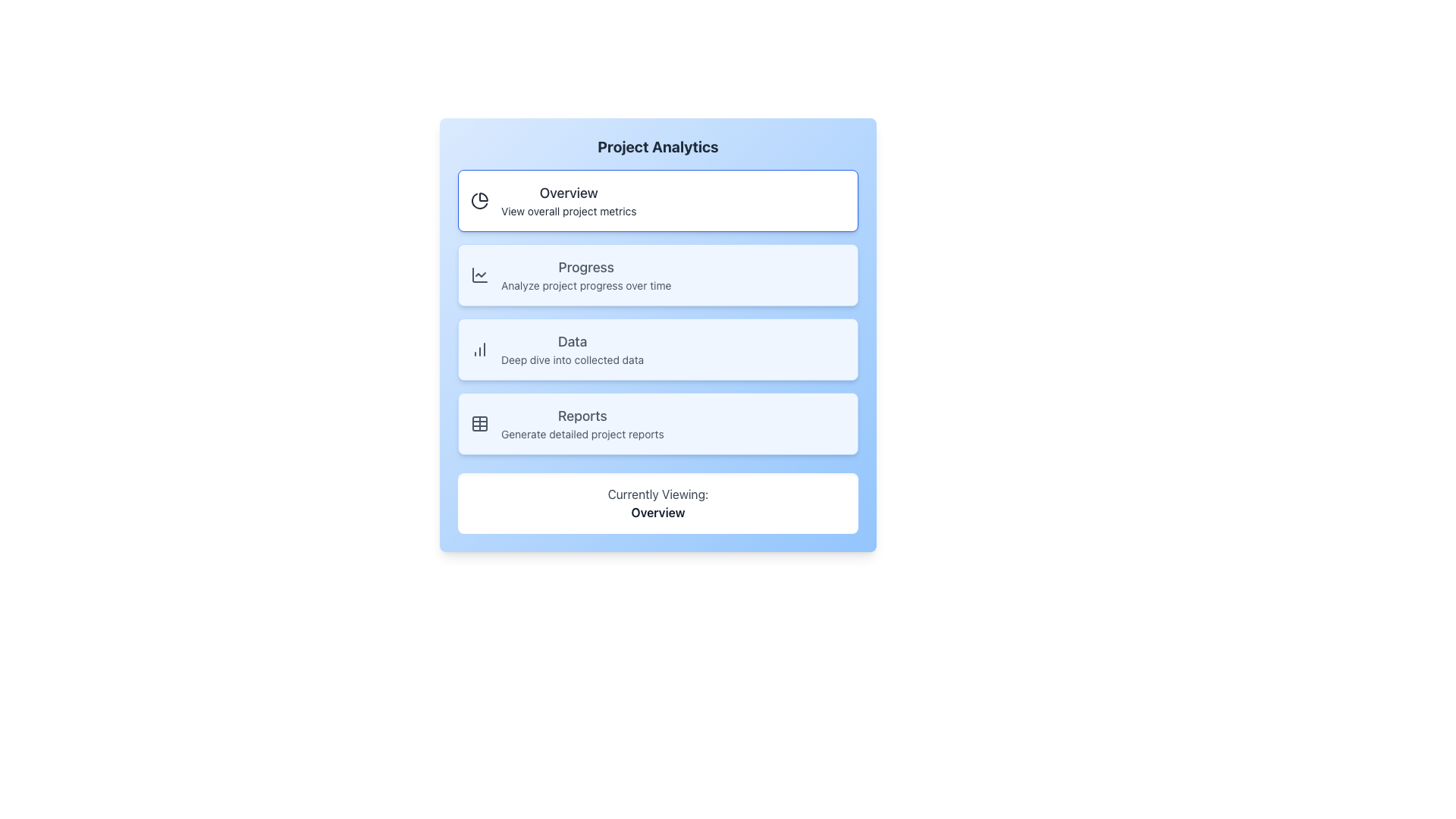 The height and width of the screenshot is (819, 1456). What do you see at coordinates (568, 200) in the screenshot?
I see `the Interactive Card titled 'Overview' using keyboard navigation` at bounding box center [568, 200].